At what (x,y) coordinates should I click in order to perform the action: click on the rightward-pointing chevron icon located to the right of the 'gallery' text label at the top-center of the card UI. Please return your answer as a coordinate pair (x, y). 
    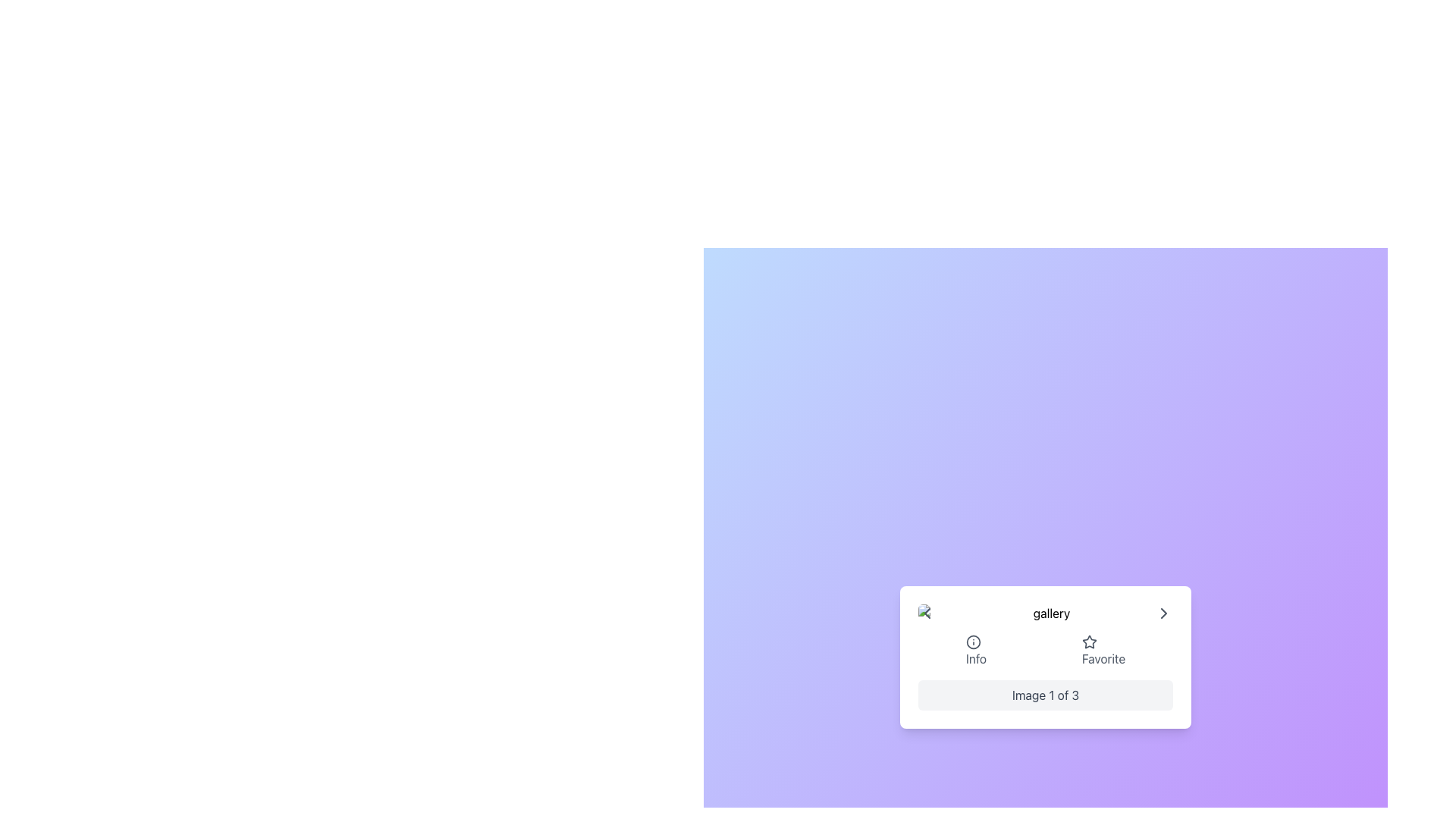
    Looking at the image, I should click on (1163, 613).